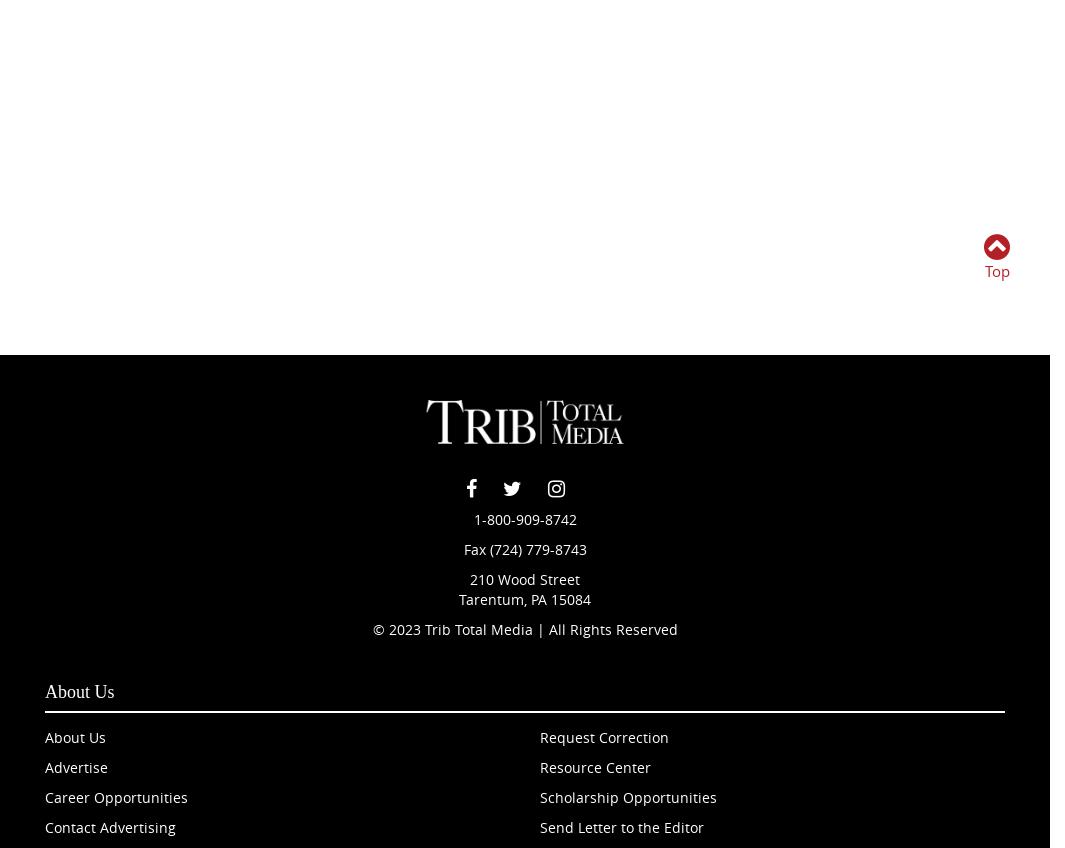 This screenshot has height=848, width=1065. I want to click on 'Request Correction', so click(604, 736).